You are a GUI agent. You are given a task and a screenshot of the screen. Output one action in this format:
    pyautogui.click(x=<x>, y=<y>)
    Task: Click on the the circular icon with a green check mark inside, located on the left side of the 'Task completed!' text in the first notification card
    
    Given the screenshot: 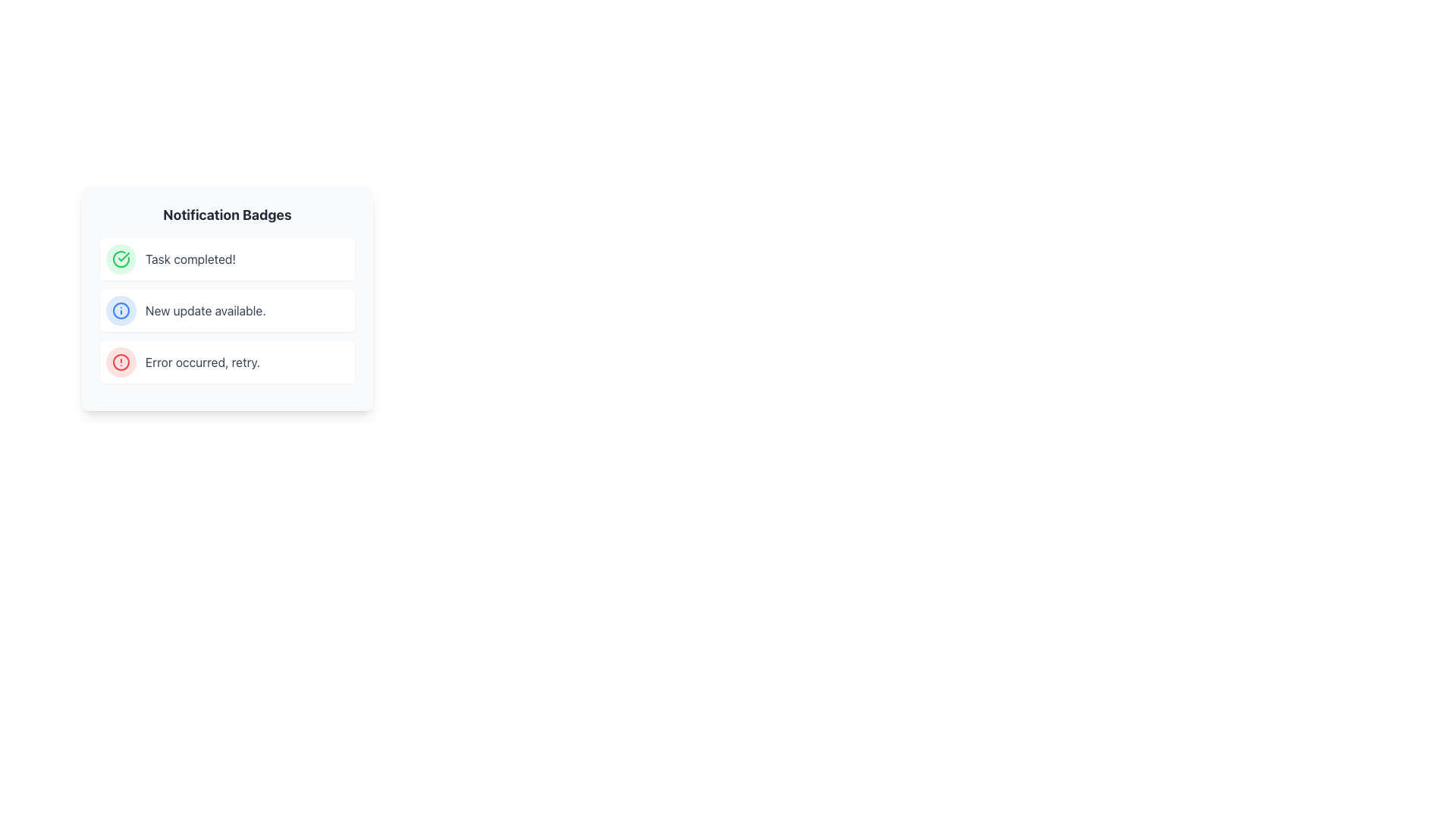 What is the action you would take?
    pyautogui.click(x=120, y=259)
    